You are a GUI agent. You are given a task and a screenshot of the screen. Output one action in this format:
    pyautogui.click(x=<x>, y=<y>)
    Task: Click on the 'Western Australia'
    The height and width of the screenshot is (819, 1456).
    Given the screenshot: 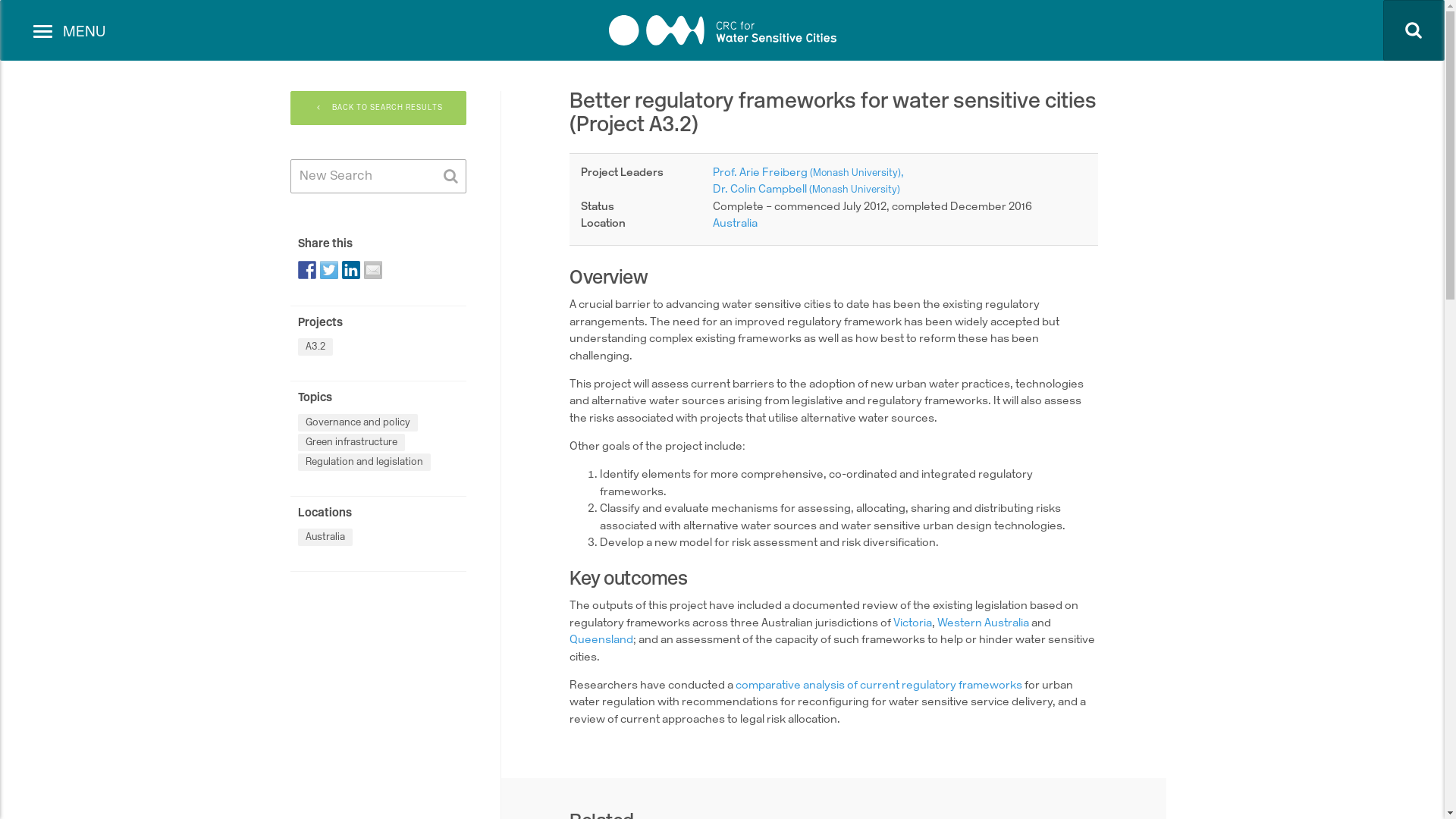 What is the action you would take?
    pyautogui.click(x=983, y=623)
    